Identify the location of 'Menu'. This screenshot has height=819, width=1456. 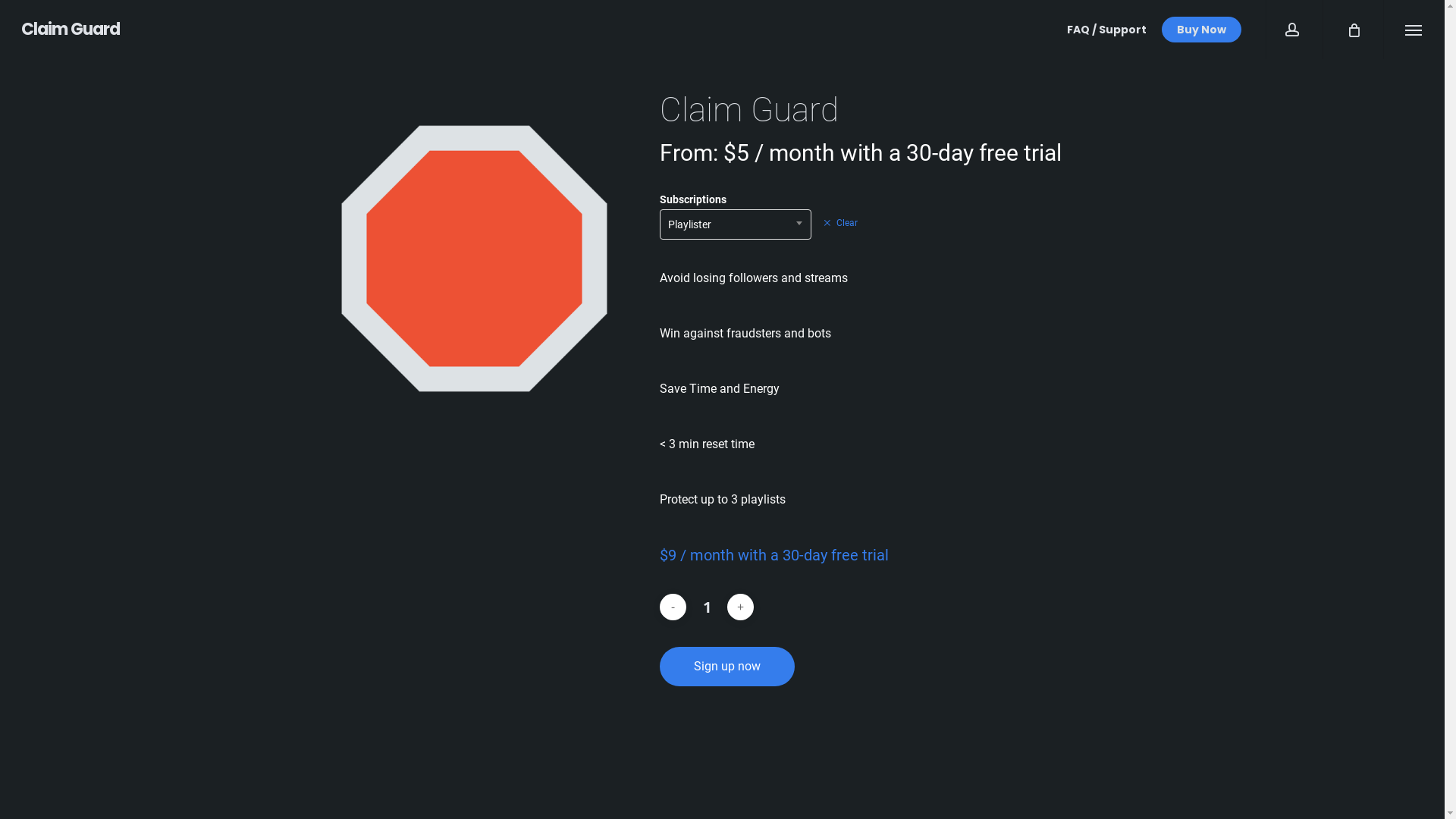
(1413, 29).